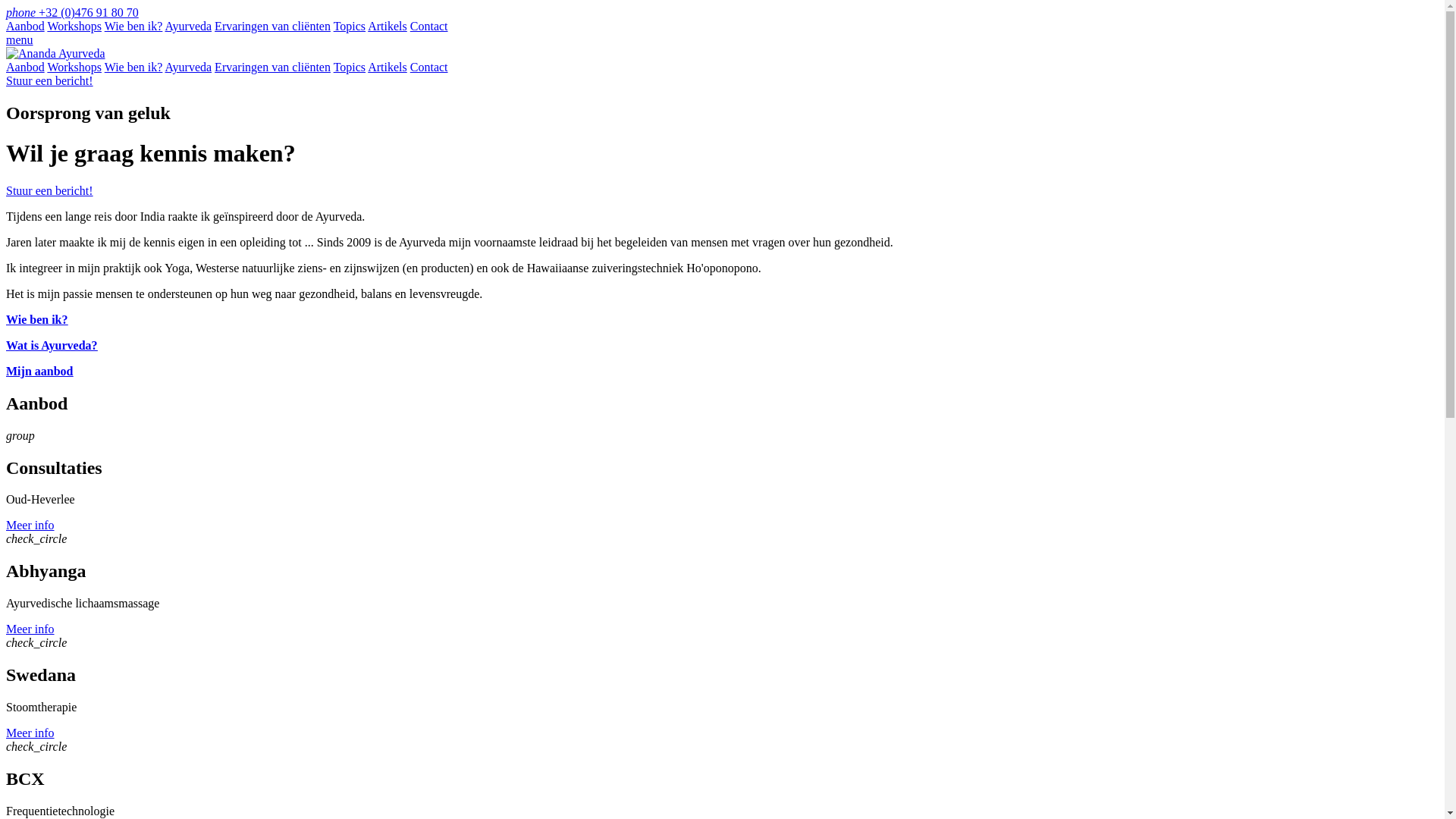 This screenshot has width=1456, height=819. What do you see at coordinates (55, 52) in the screenshot?
I see `'Ananda Ayurveda'` at bounding box center [55, 52].